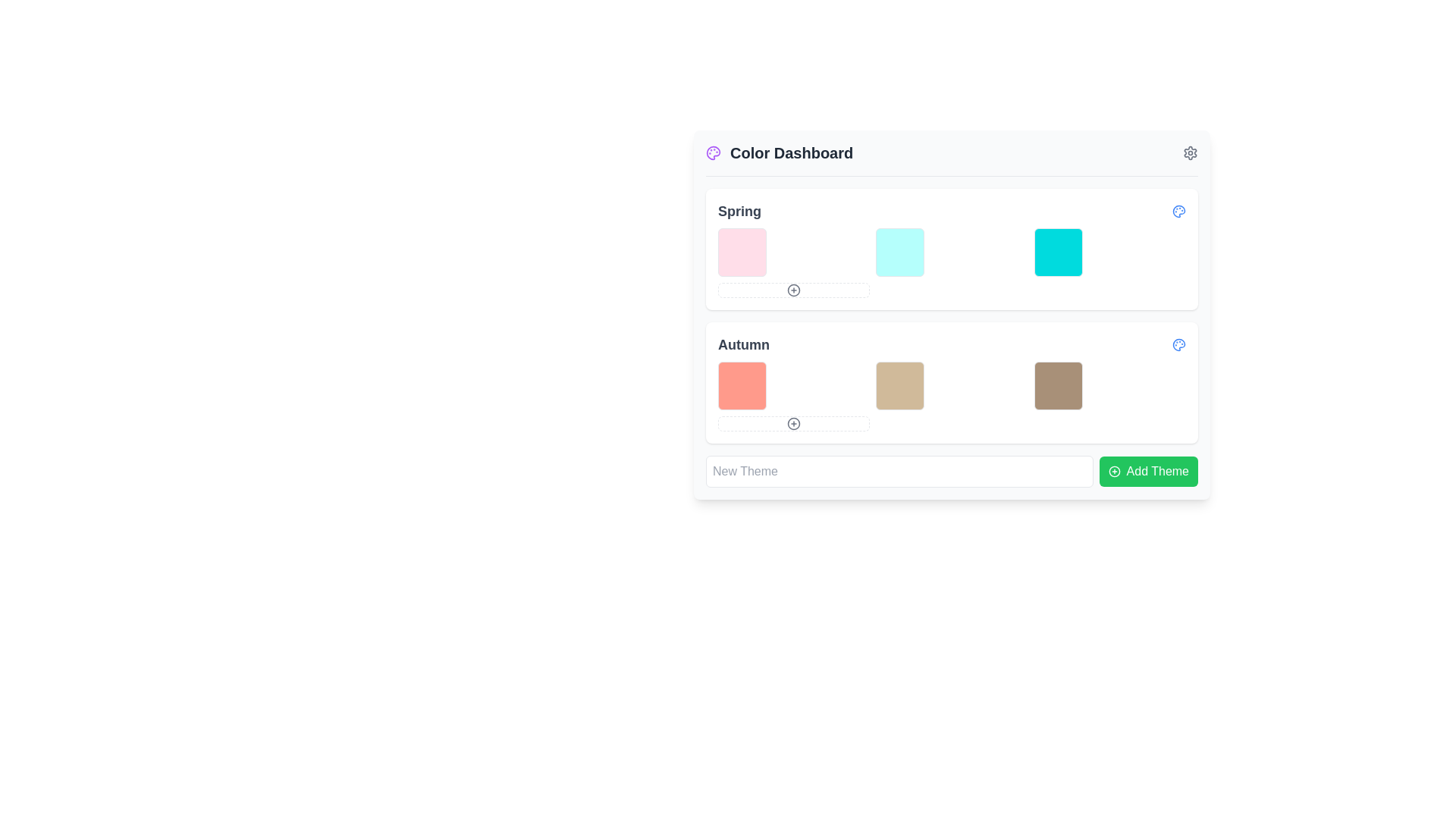  I want to click on the Circle icon located in the Autumn section of the Color Dashboard, which is positioned centrally within the dashed placeholder area near the color blocks, so click(793, 424).